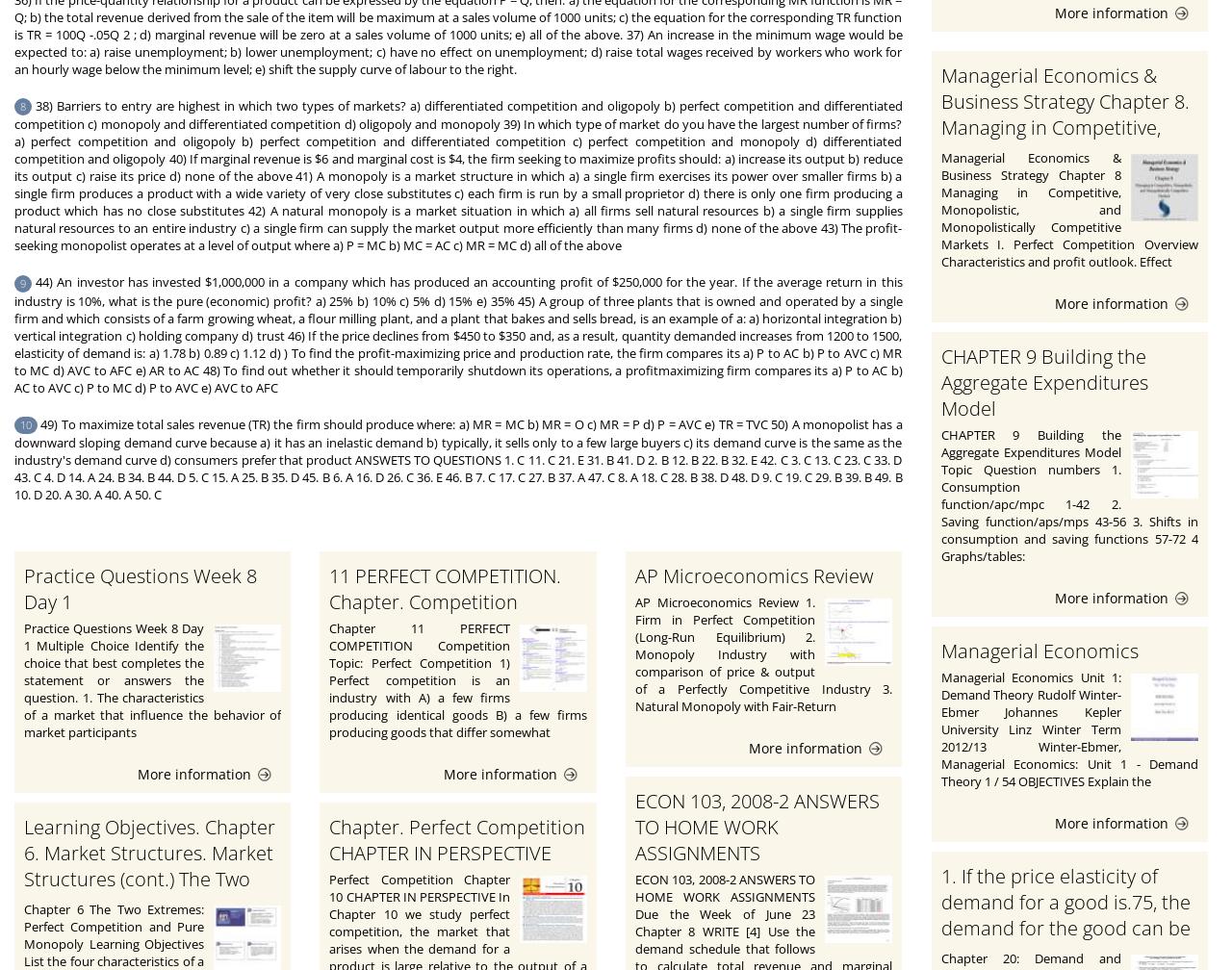 This screenshot has height=970, width=1232. I want to click on '38) Barriers to entry are highest in which two types of markets? a) differentiated competition and oligopoly b) perfect competition and differentiated competition c) monopoly and differentiated competition d) oligopoly and monopoly 39) In which type of market do you have the largest number of firms? a) perfect competition and oligopoly b) perfect competition and differentiated competition c) perfect competition and monopoly d) differentiated competition and oligopoly 40) If marginal revenue is $6 and marginal cost is $4, the firm seeking to maximize profits should: a) increase its output b) reduce its output c) raise its price d) none of the above 41) A monopoly is a market structure in which a) a single firm exercises its power over smaller firms b) a single firm produces a product with a wide variety of very close substitutes c) each firm is run by a small proprietor d) there is only one firm producing a product which has no close substitutes 42) A natural monopoly is a market situation in which a) all firms sell natural resources b) a single firm supplies natural resources to an entire industry c) a single firm can supply the market output more efficiently than many firms d) none of the above 43) The profit-seeking monopolist operates at a level of output where a) P = MC b) MC = AC c) MR = MC d) all of the above', so click(457, 175).